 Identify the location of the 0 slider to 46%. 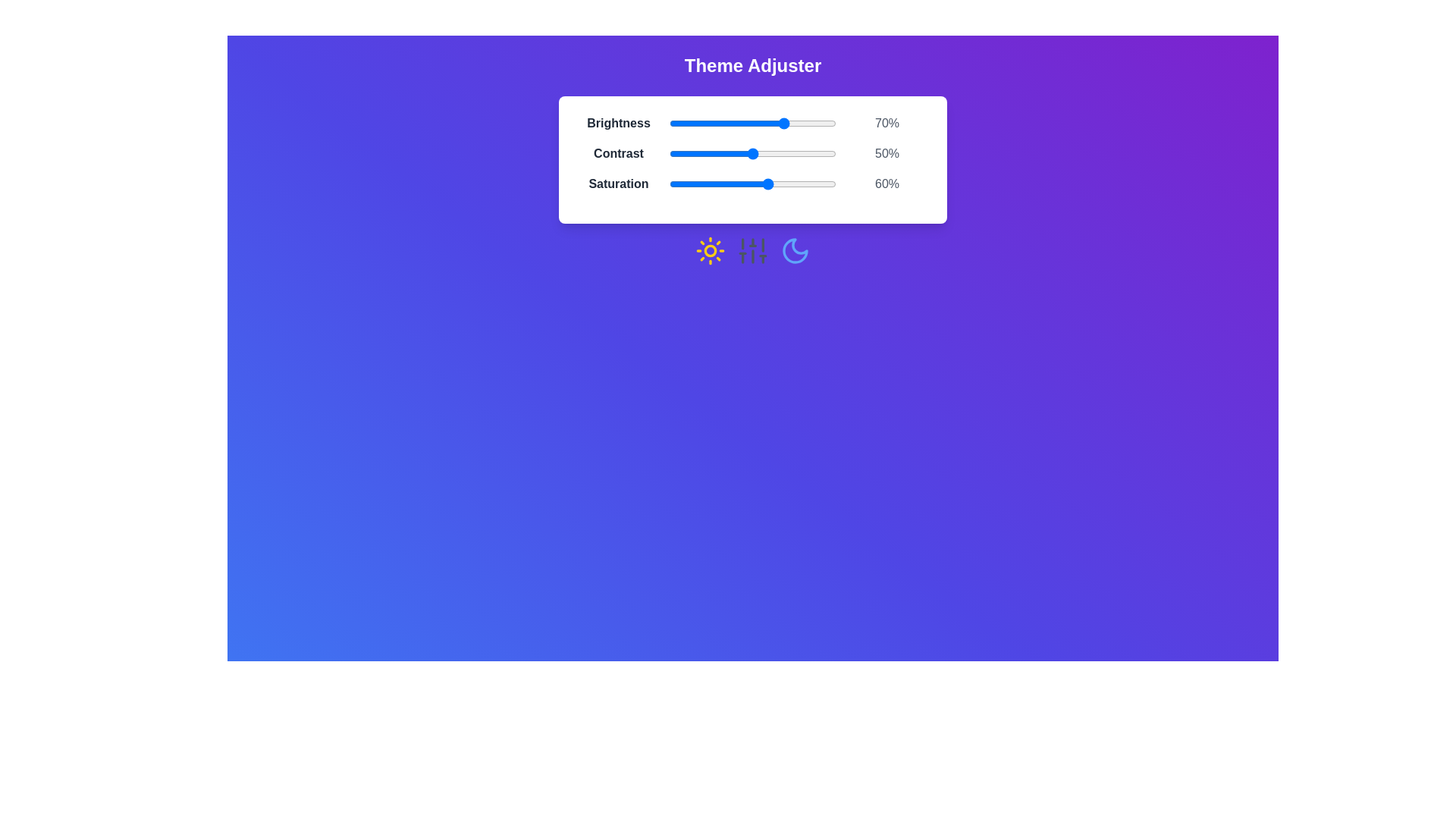
(746, 122).